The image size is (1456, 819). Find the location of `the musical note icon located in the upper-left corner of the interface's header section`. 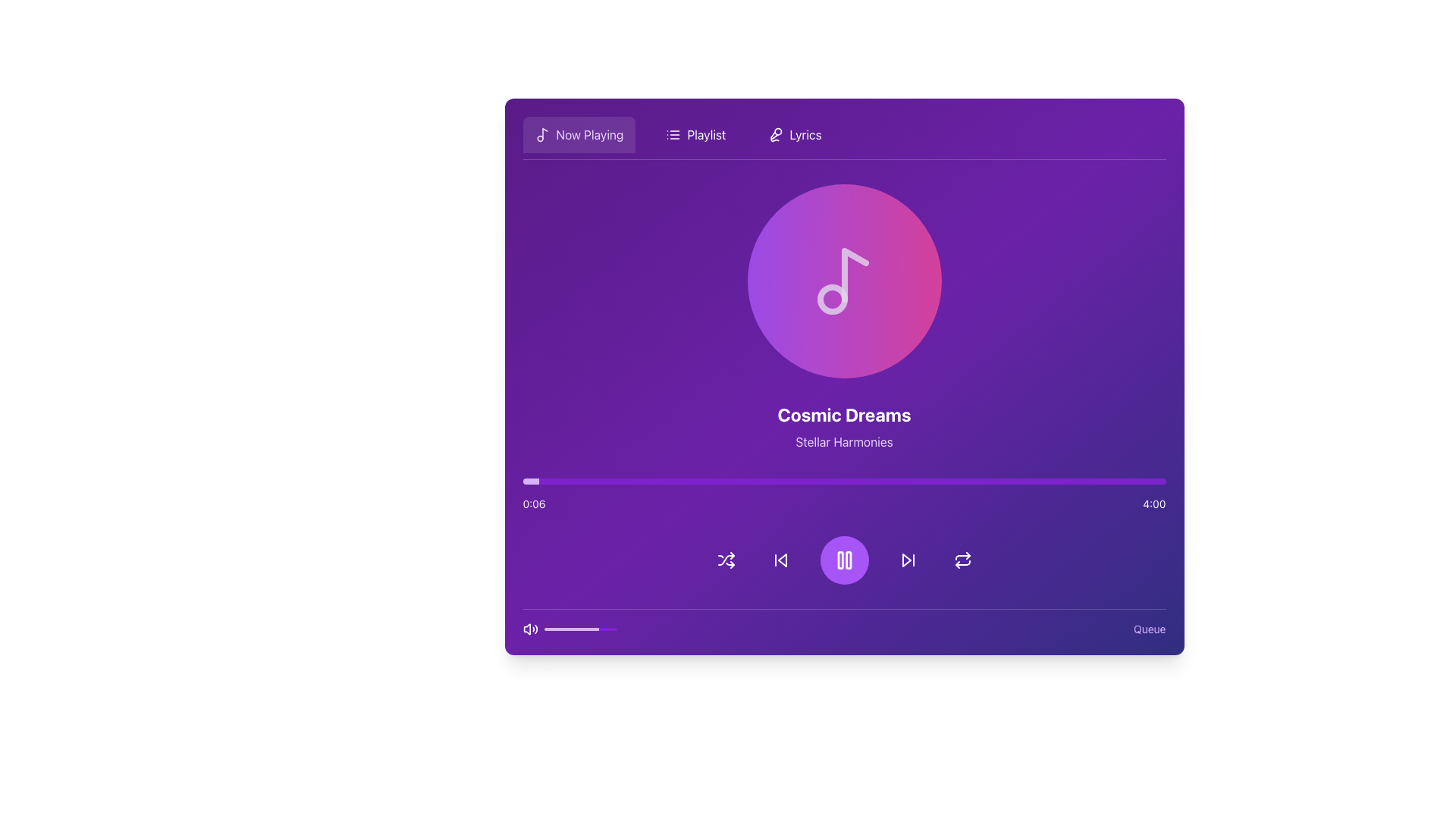

the musical note icon located in the upper-left corner of the interface's header section is located at coordinates (542, 133).